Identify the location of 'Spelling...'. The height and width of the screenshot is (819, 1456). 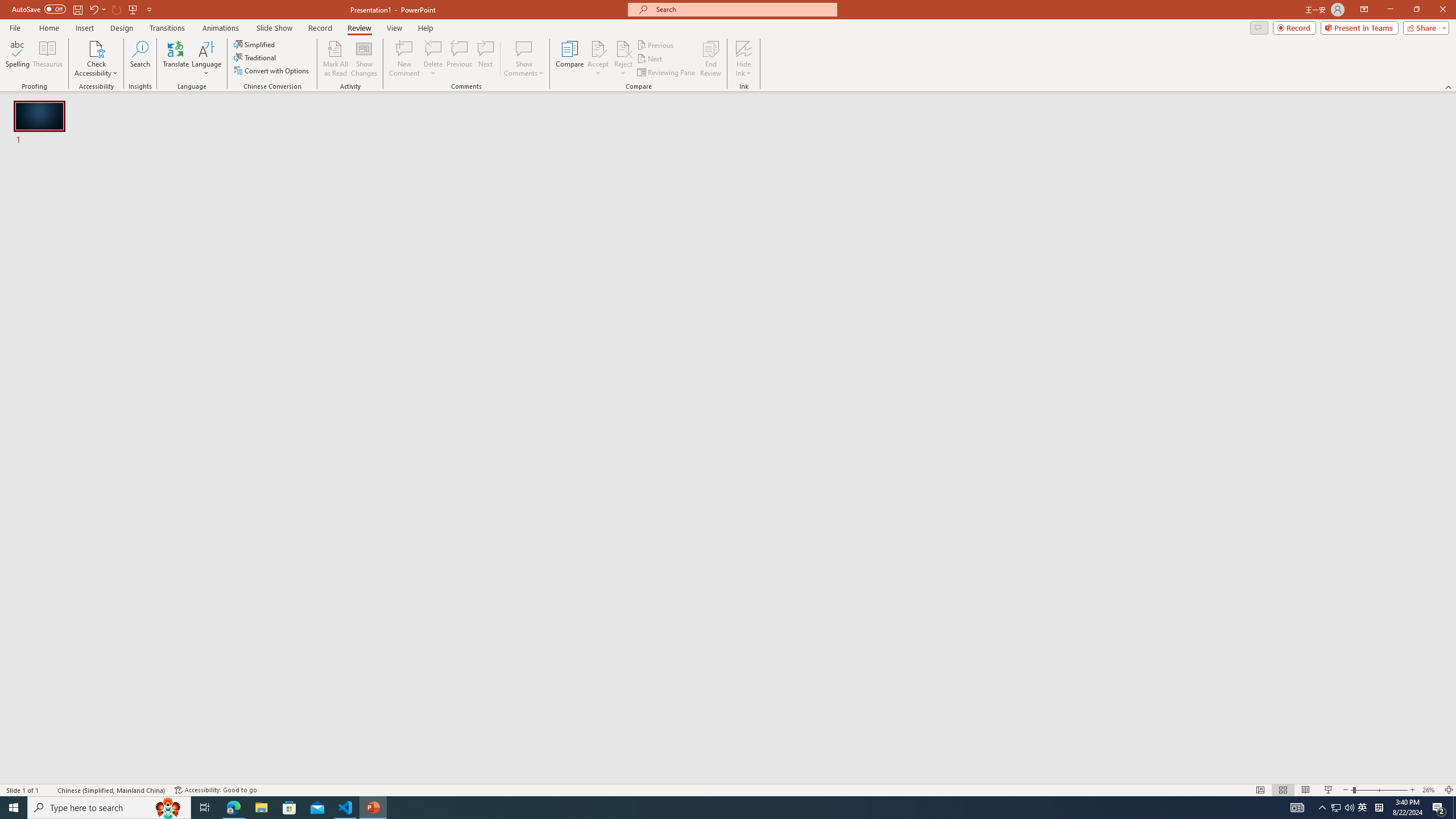
(16, 59).